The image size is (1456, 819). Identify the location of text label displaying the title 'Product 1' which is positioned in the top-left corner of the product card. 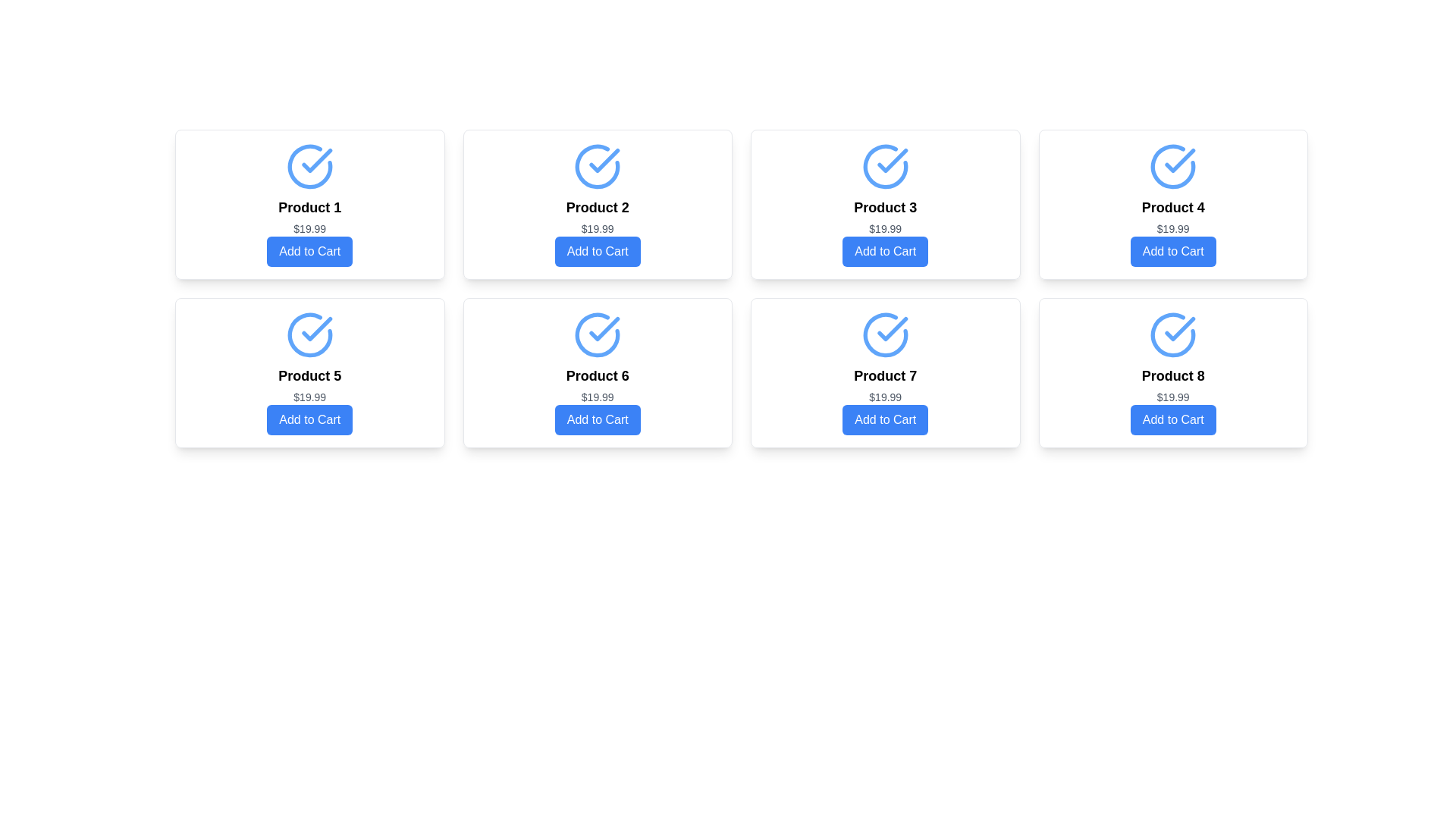
(309, 207).